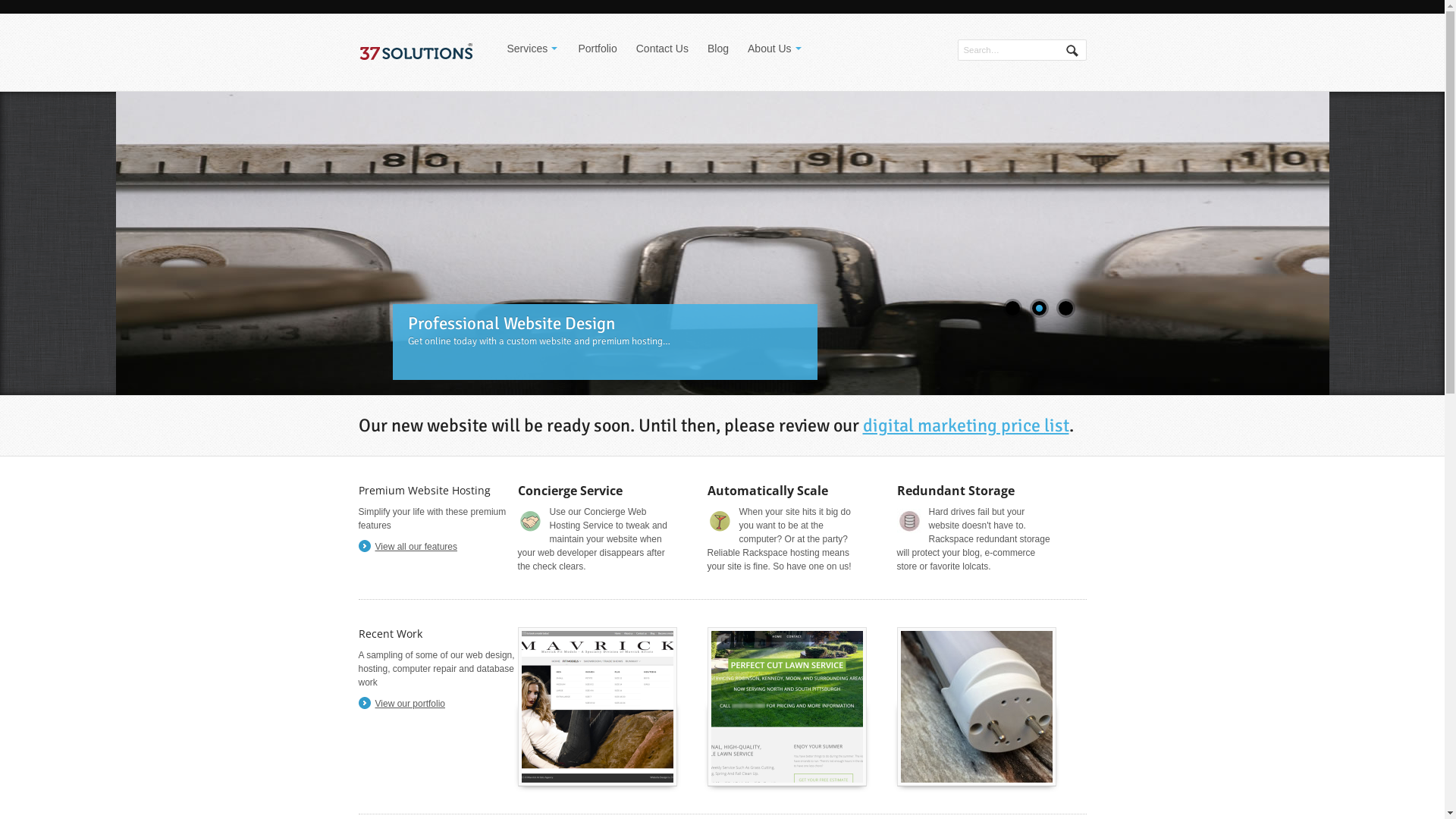  What do you see at coordinates (629, 49) in the screenshot?
I see `'Contact Us'` at bounding box center [629, 49].